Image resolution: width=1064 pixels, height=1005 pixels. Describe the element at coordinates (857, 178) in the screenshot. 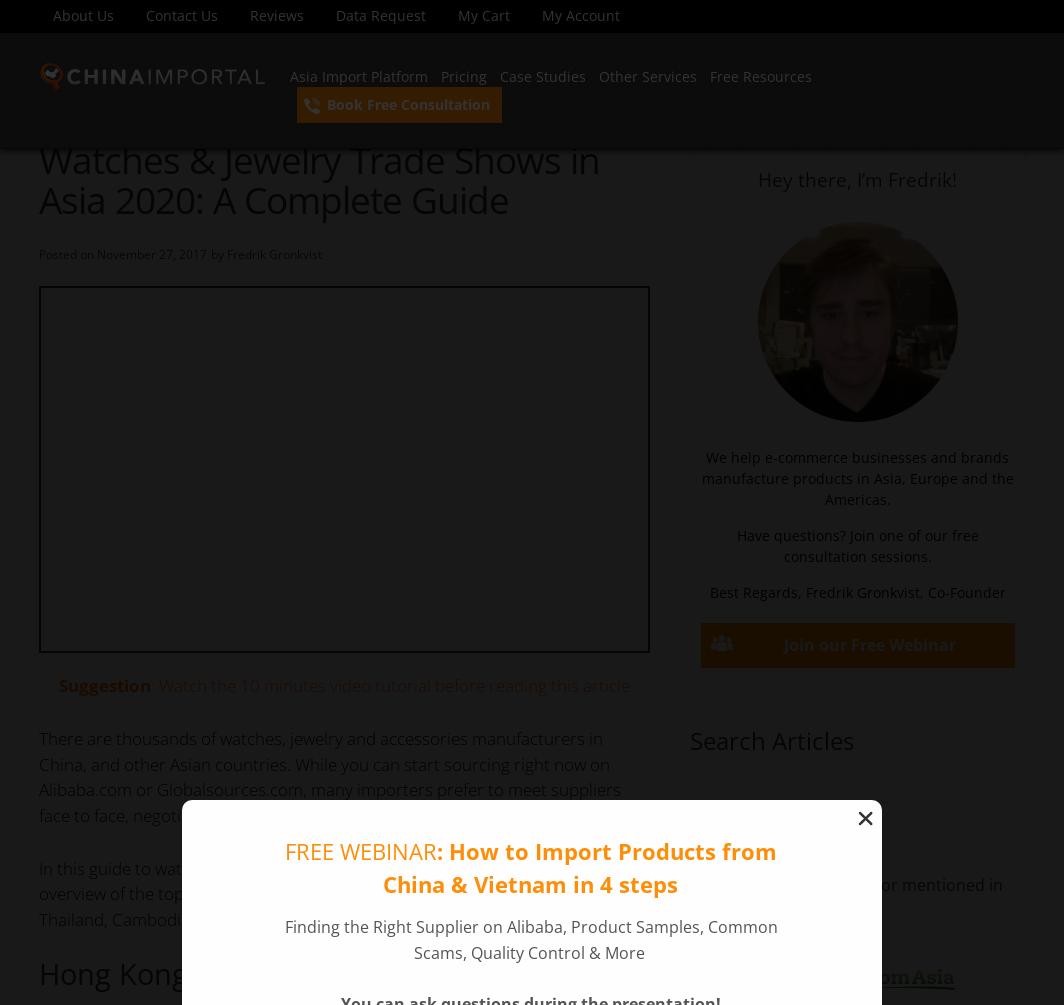

I see `'Hey there, I’m Fredrik!'` at that location.